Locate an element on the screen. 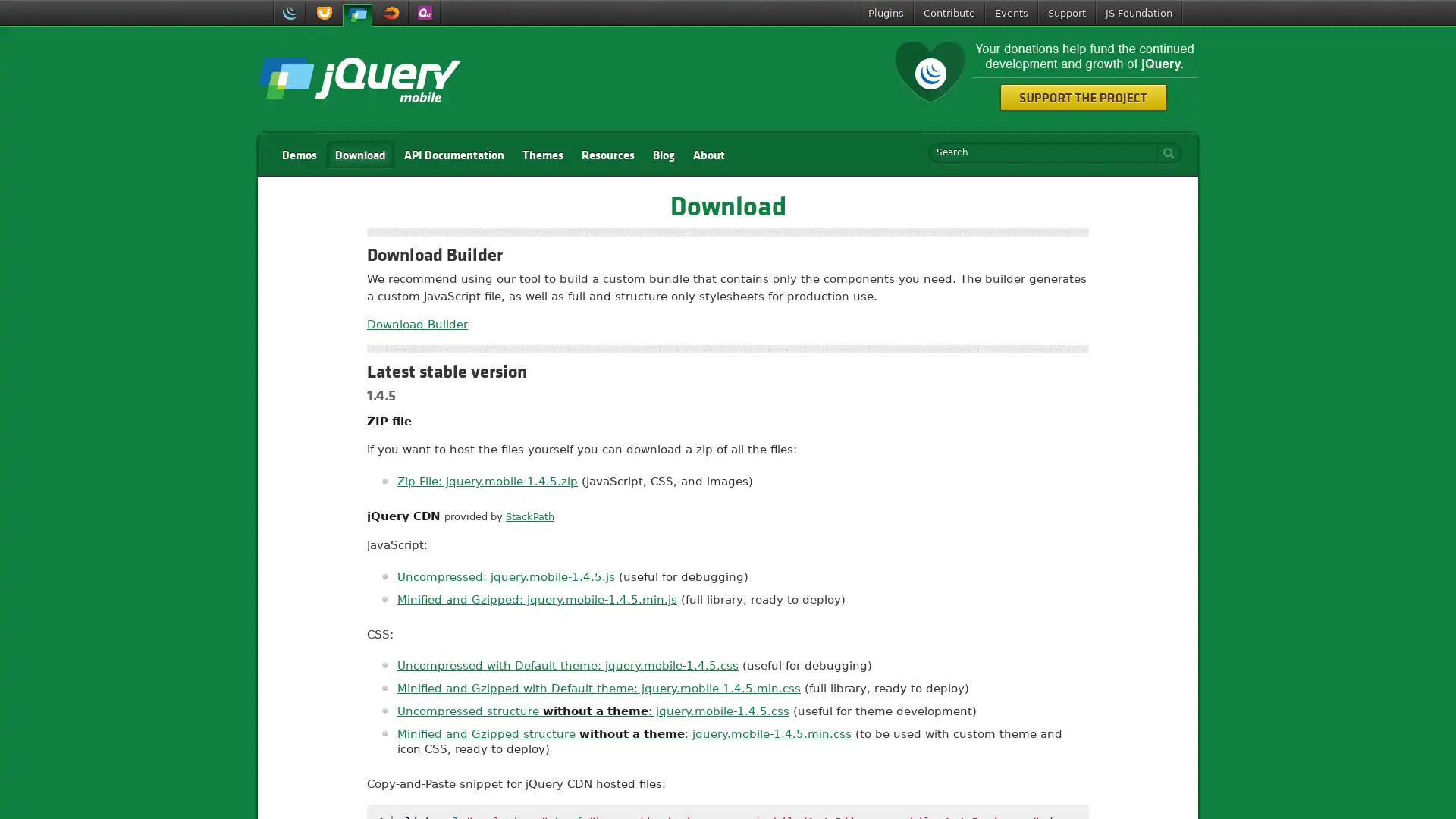 This screenshot has height=819, width=1456. search is located at coordinates (1164, 152).